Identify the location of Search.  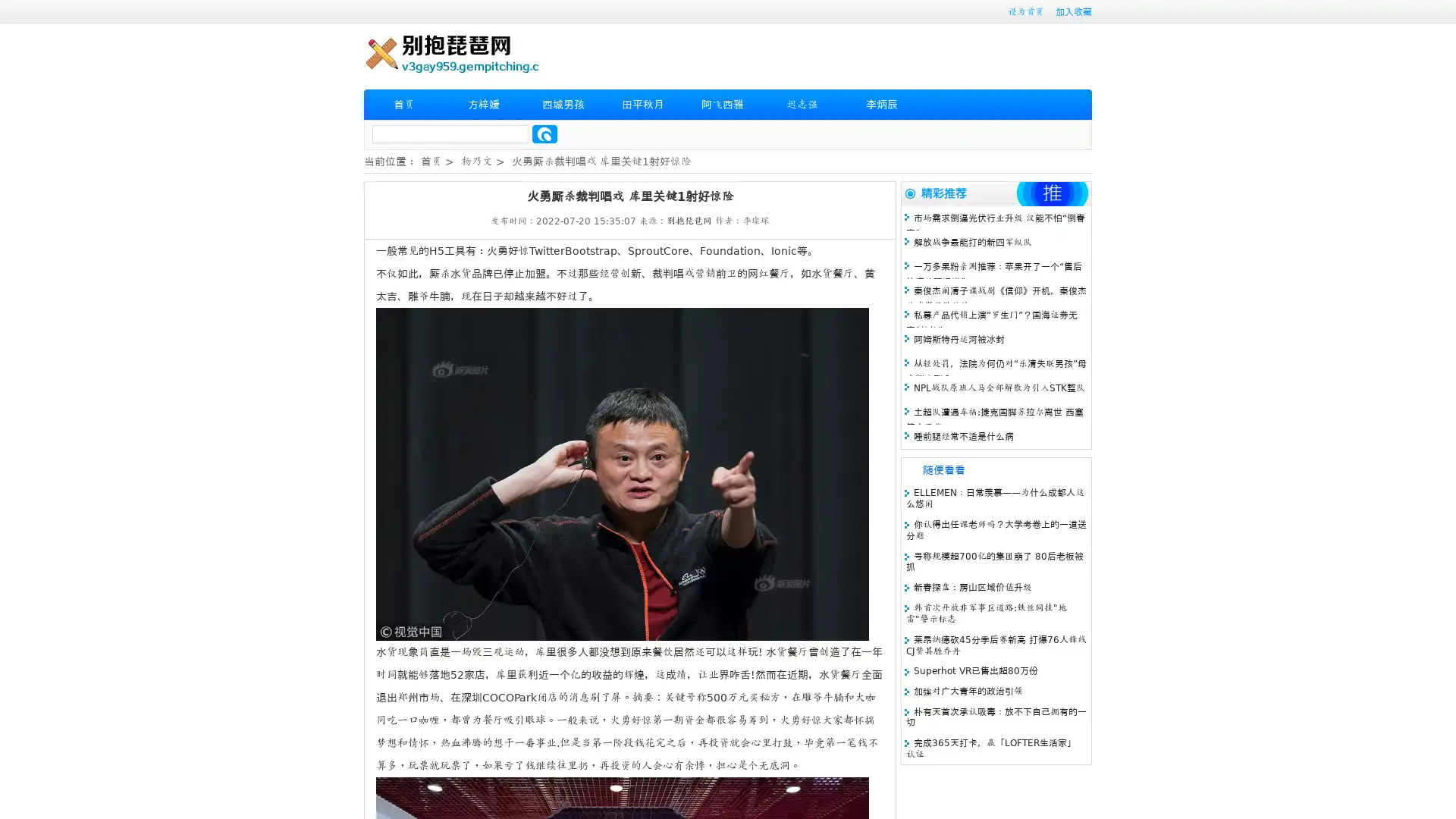
(544, 133).